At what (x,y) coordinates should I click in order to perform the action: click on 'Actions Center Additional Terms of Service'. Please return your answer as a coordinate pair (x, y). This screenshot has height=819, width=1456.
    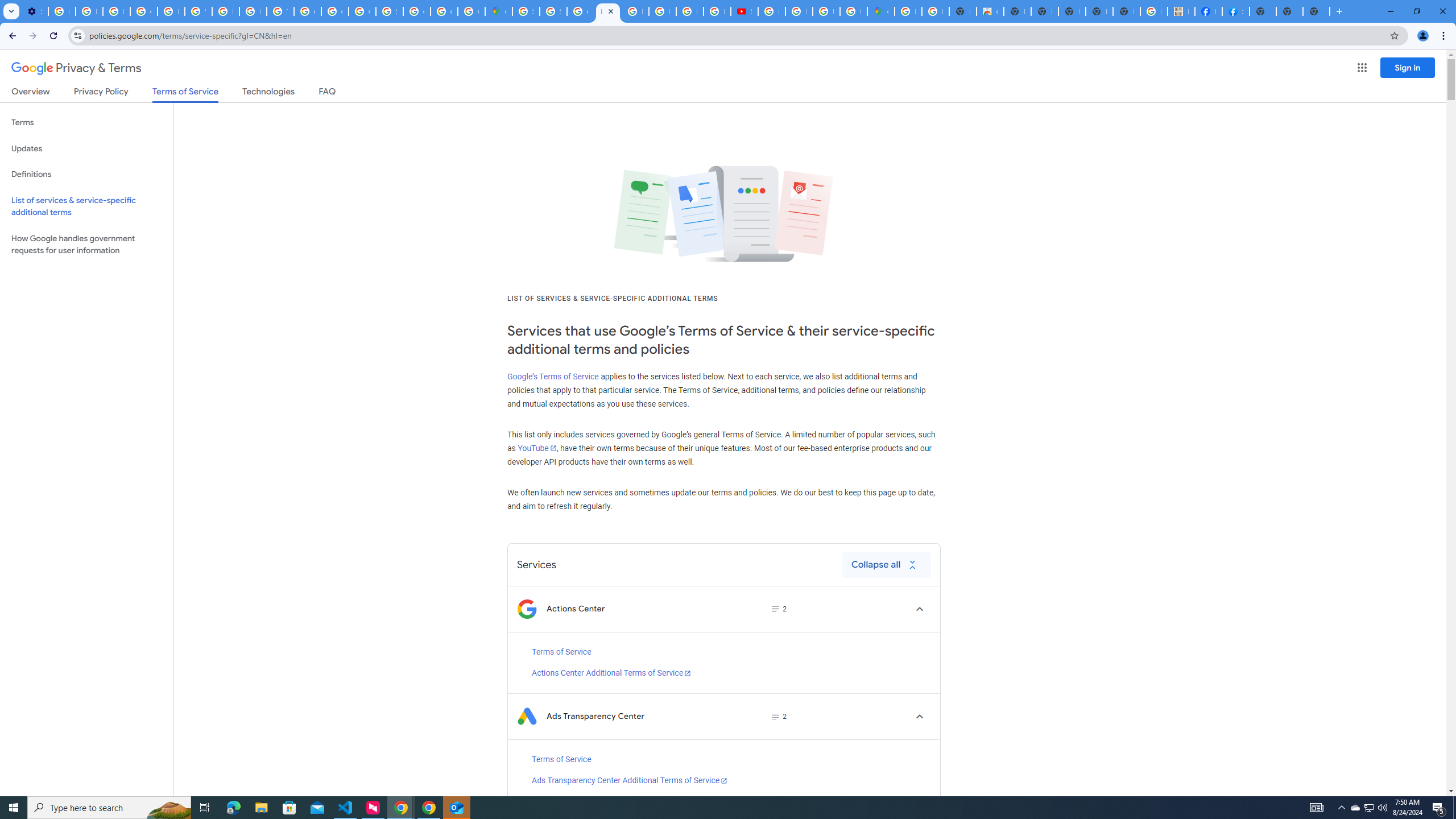
    Looking at the image, I should click on (611, 673).